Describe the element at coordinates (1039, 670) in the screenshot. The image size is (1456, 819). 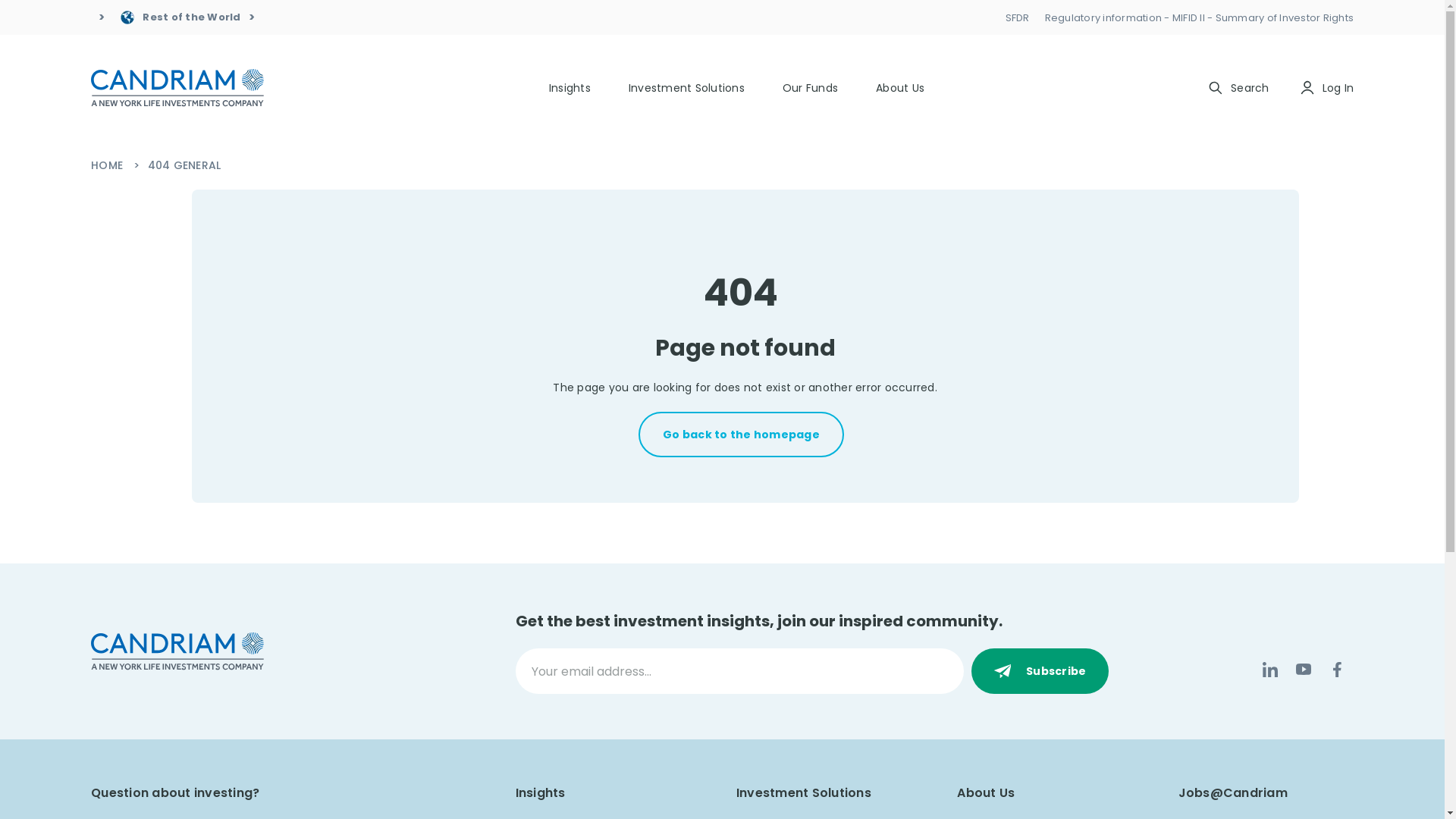
I see `'Subscribe'` at that location.